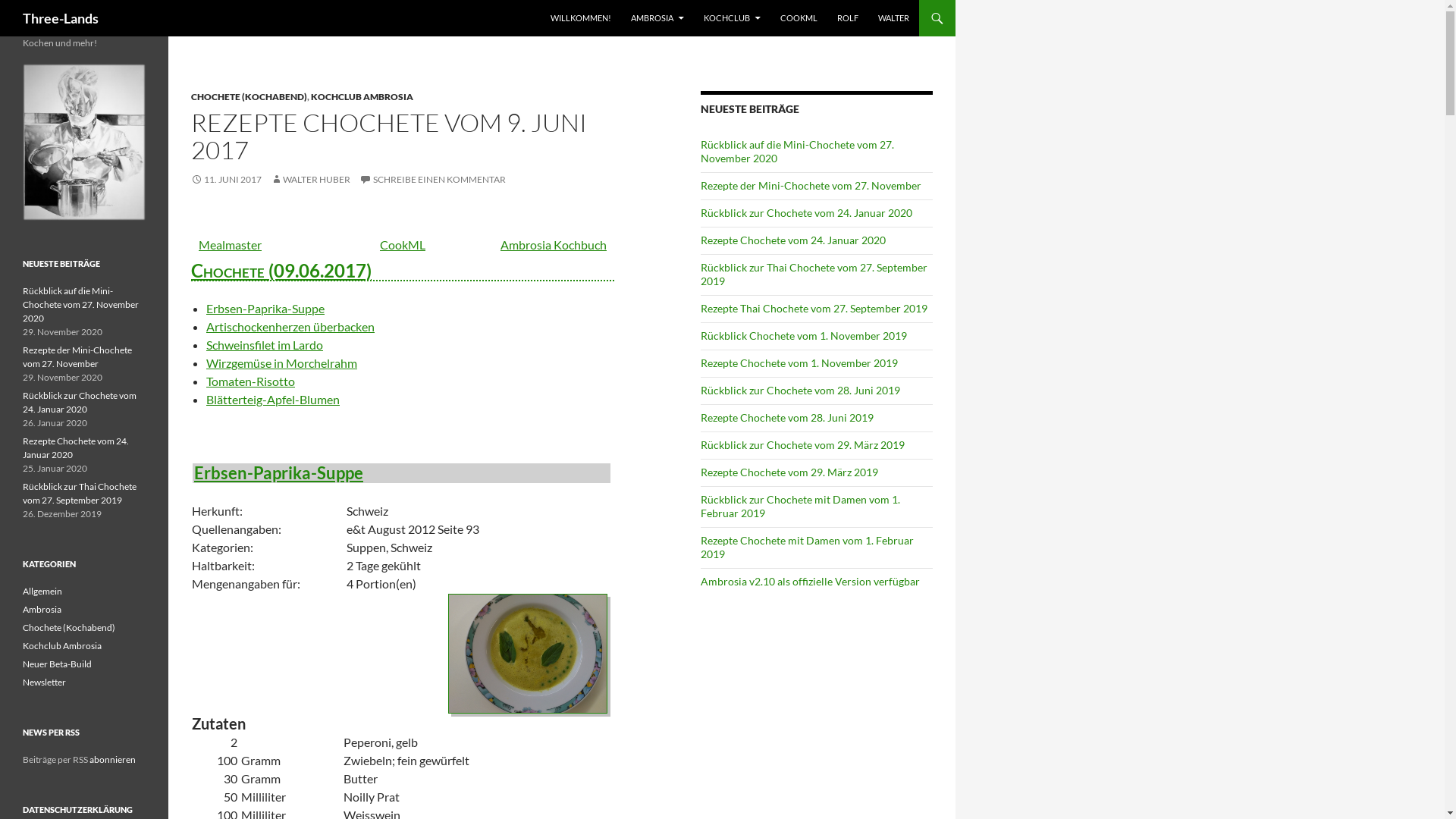  I want to click on 'Newsletter', so click(22, 681).